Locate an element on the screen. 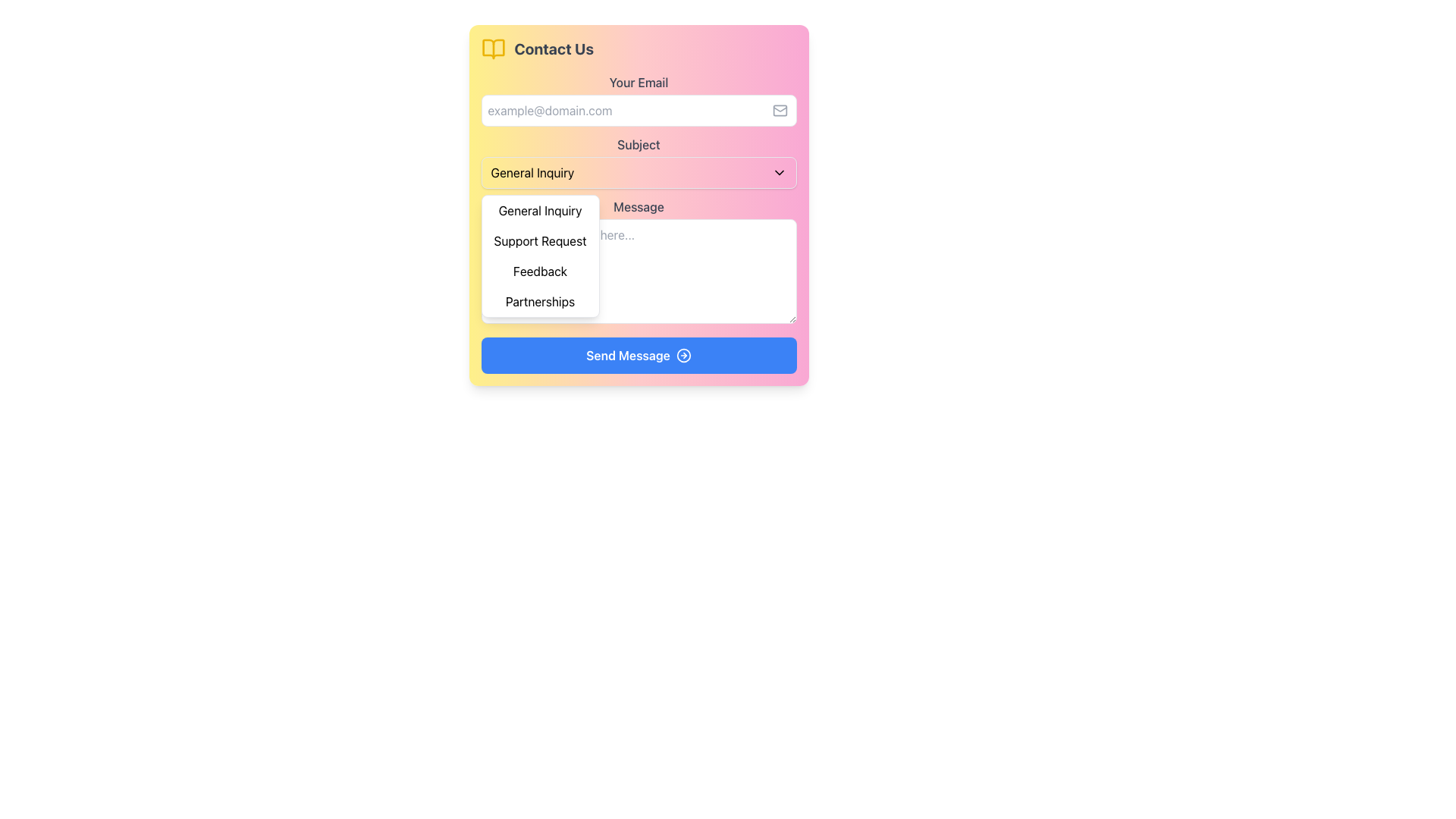  the 'General Inquiry' dropdown menu is located at coordinates (639, 171).